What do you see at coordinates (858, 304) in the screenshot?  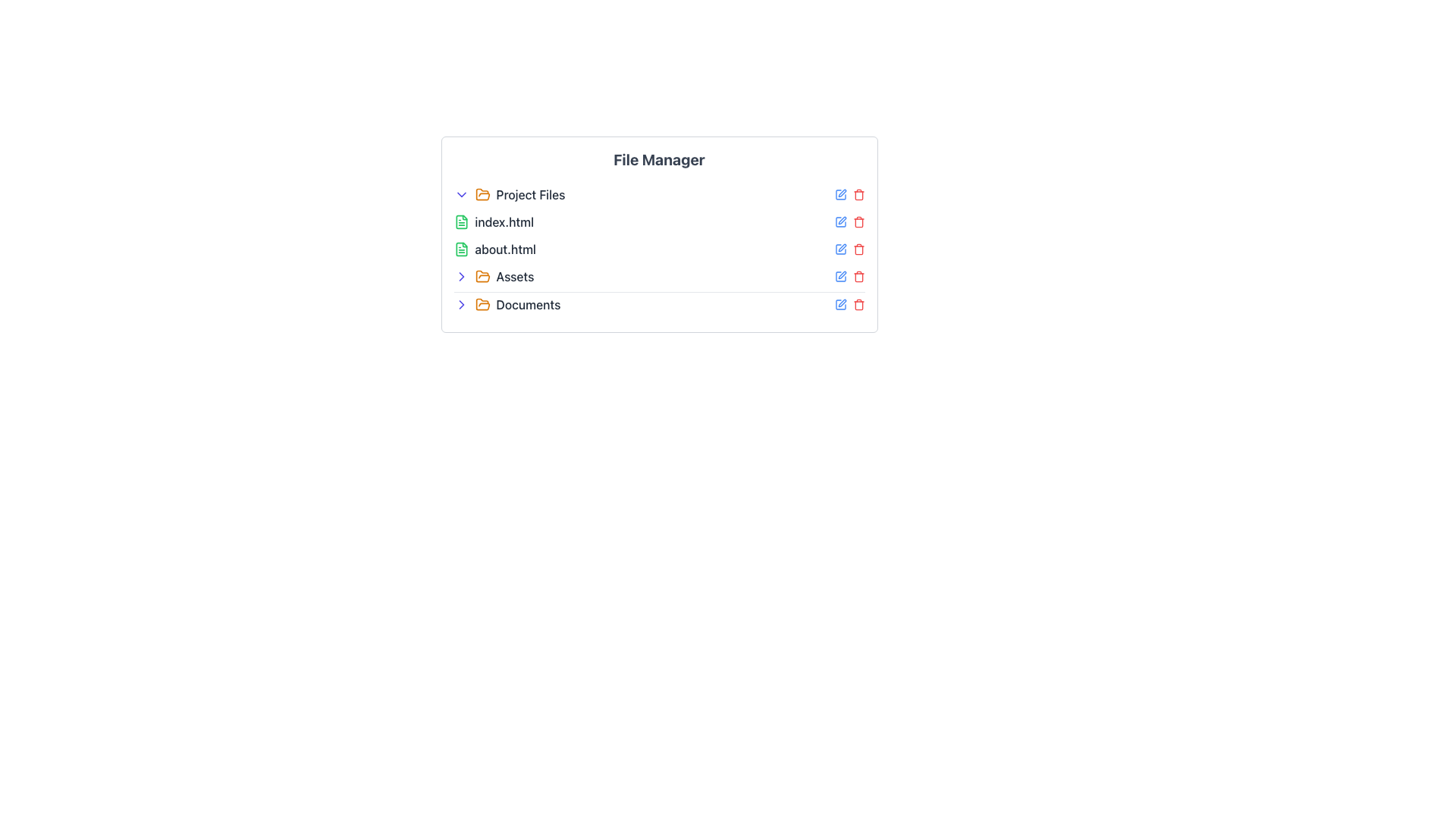 I see `the trash icon button located in the 'File Manager' interface near the bottom-right corner of the 'Documents' row` at bounding box center [858, 304].